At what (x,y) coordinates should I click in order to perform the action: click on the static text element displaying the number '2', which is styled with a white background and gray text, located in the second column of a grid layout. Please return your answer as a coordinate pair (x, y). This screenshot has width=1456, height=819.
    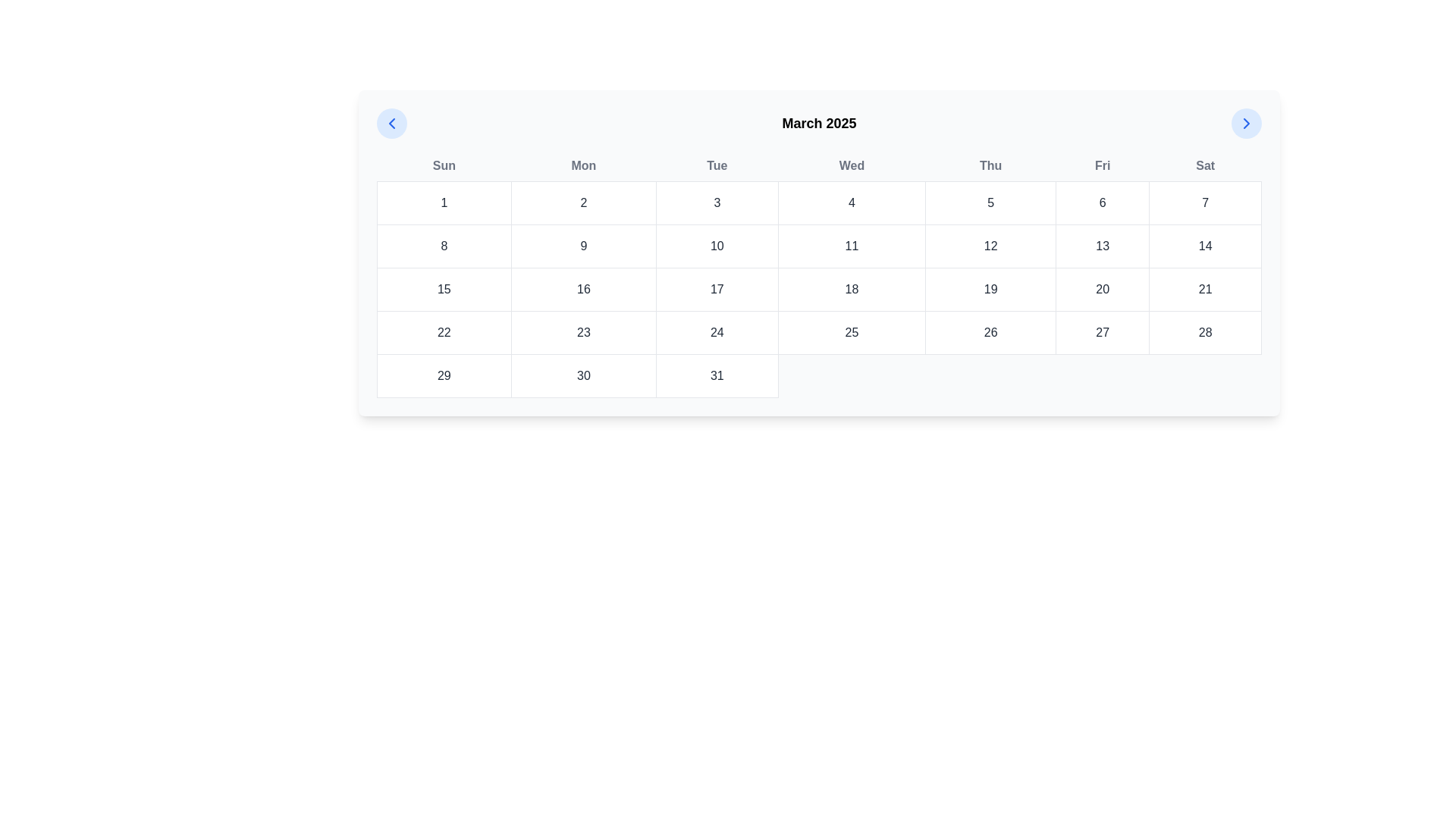
    Looking at the image, I should click on (582, 202).